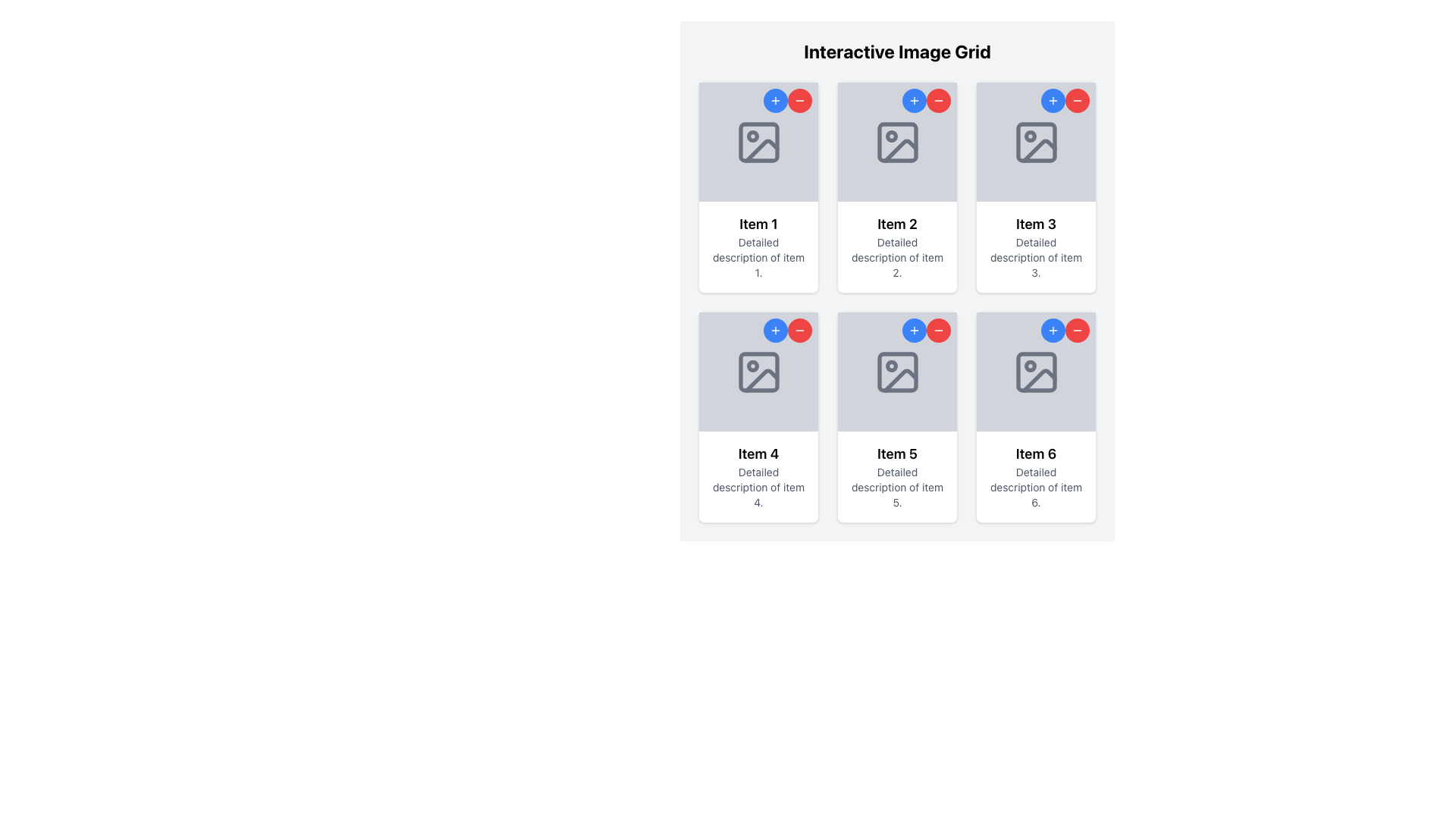  What do you see at coordinates (1035, 488) in the screenshot?
I see `the text label that reads 'Detailed description of item 6.', which is styled in gray color and located below the bold title 'Item 6'` at bounding box center [1035, 488].